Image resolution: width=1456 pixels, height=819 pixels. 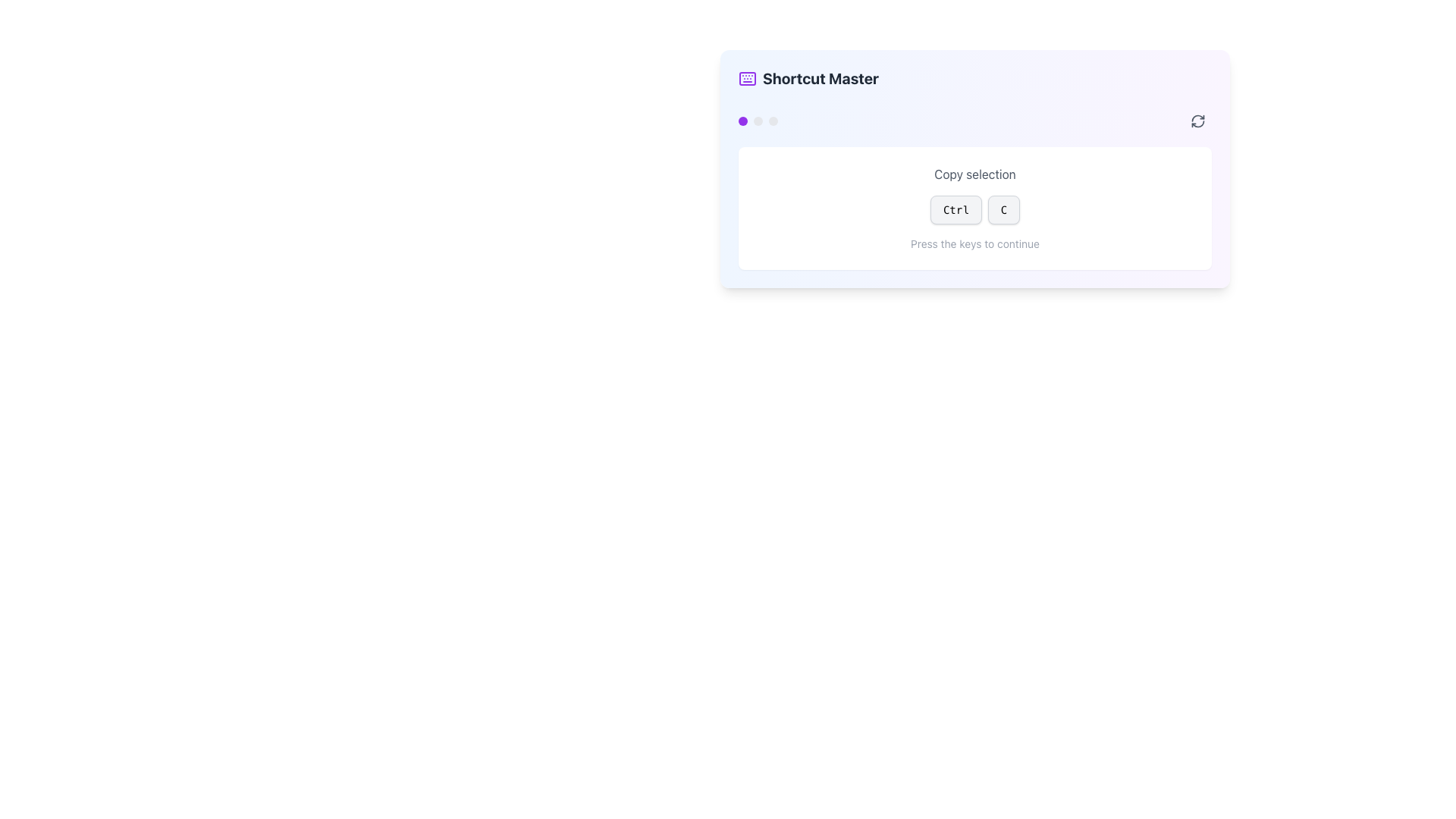 What do you see at coordinates (975, 243) in the screenshot?
I see `the static text that says 'Press the keys to continue', which is gray-colored and located below the 'Ctrl' and 'C' buttons, centered at the bottom of the card` at bounding box center [975, 243].